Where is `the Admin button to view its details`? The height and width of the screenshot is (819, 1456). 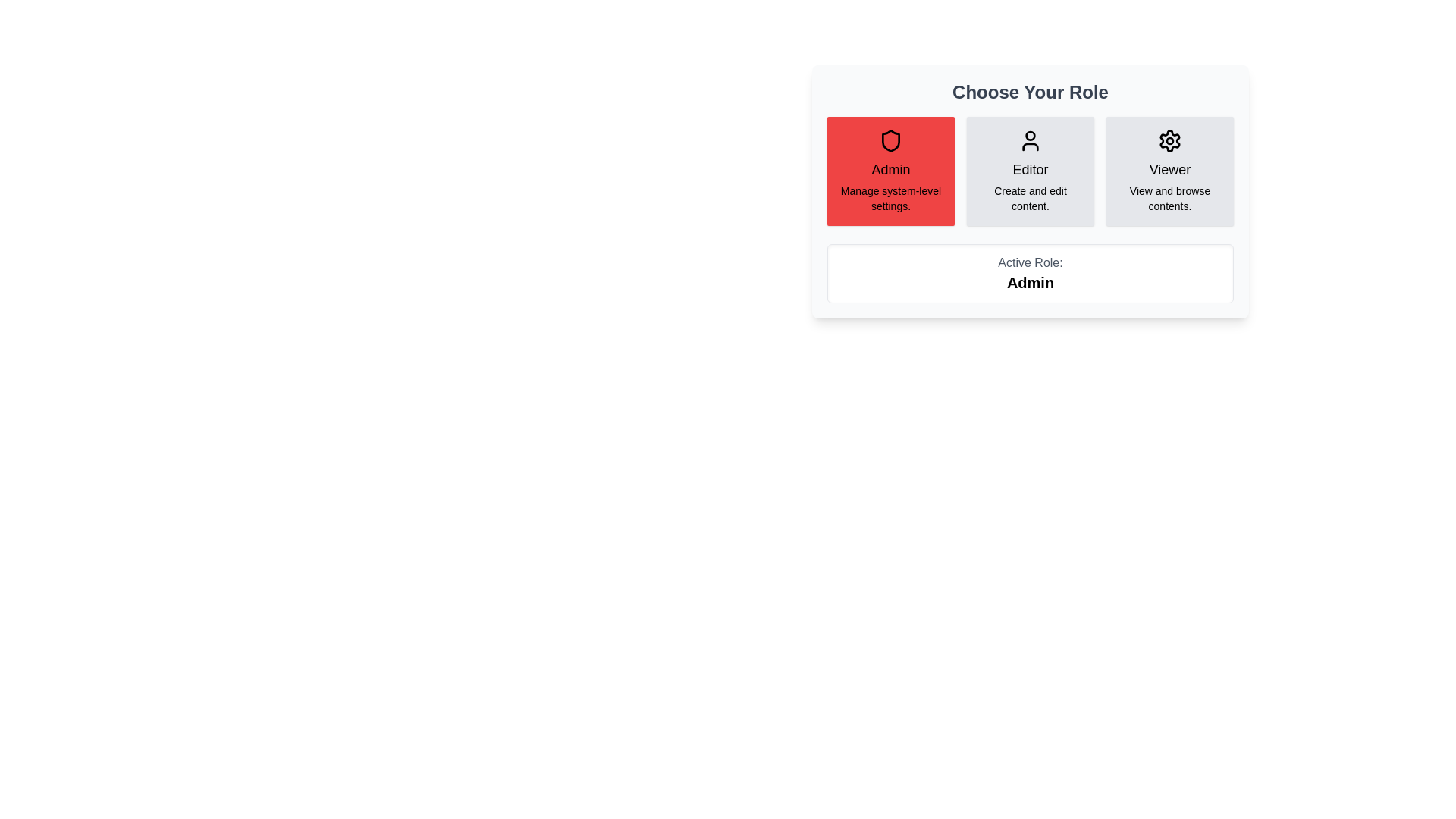
the Admin button to view its details is located at coordinates (891, 171).